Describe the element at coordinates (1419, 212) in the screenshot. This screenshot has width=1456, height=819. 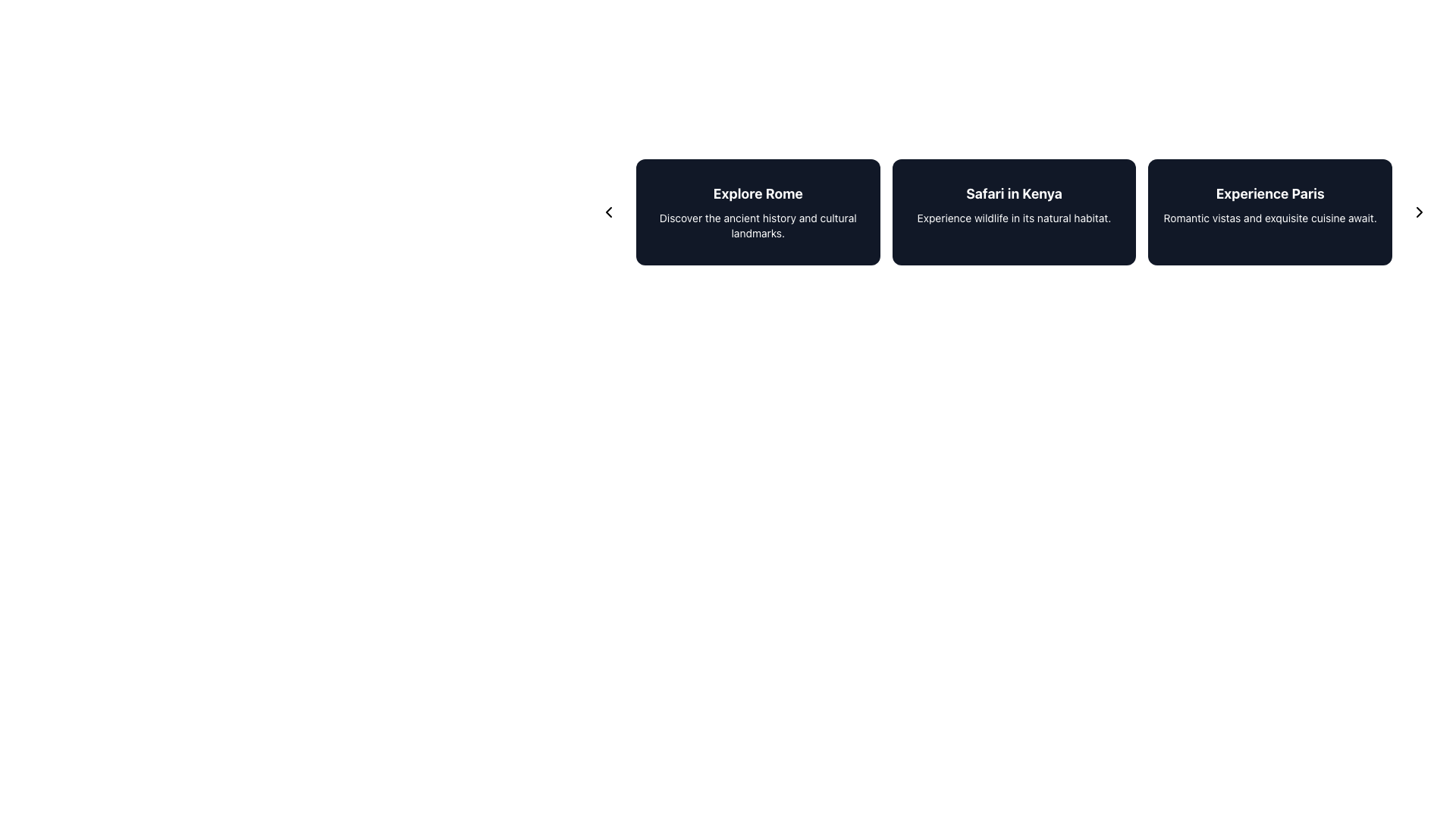
I see `the right-chevron icon button located to the far right of the content cards` at that location.